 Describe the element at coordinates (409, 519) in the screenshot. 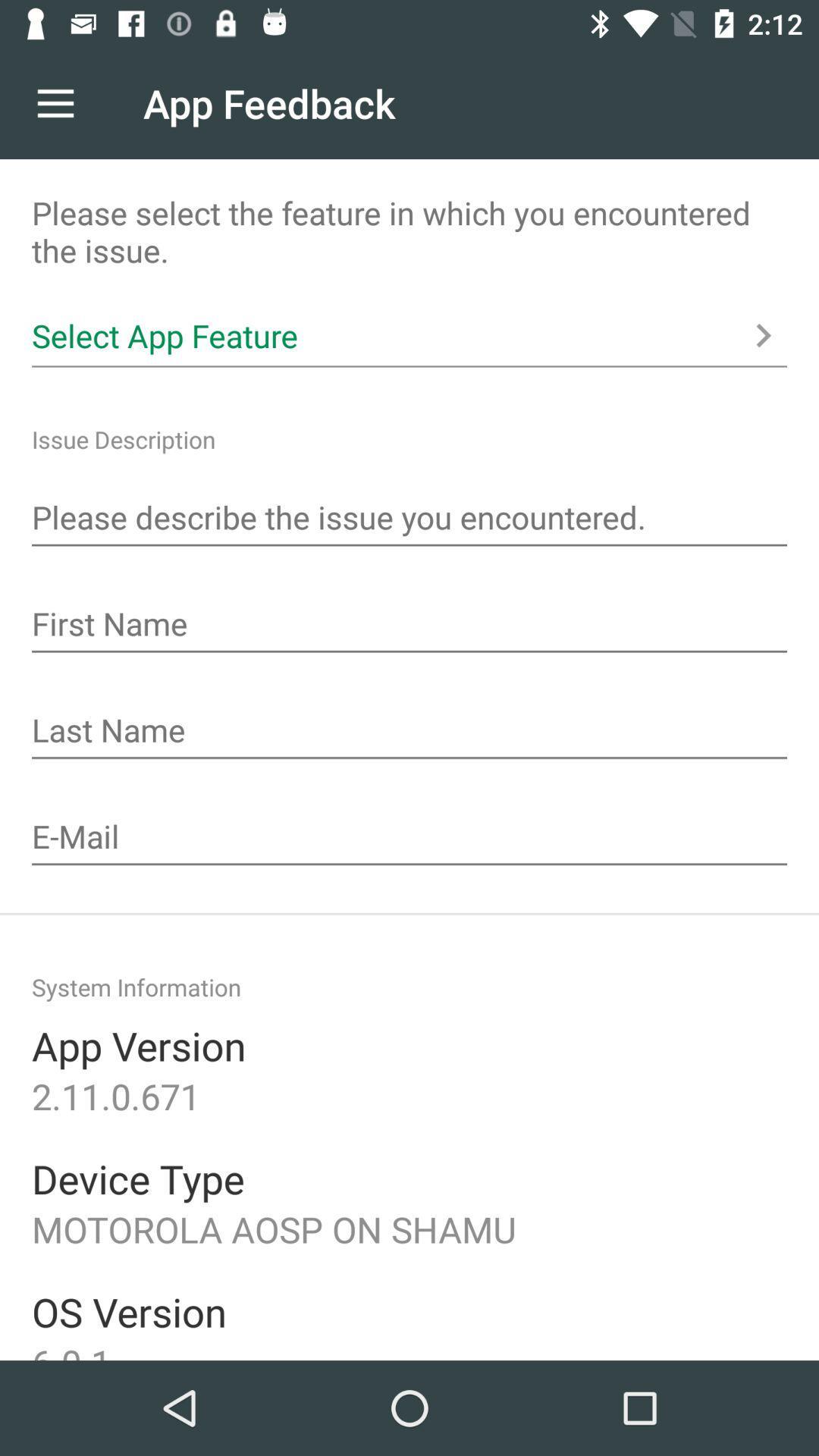

I see `a place to describe issues encountered` at that location.